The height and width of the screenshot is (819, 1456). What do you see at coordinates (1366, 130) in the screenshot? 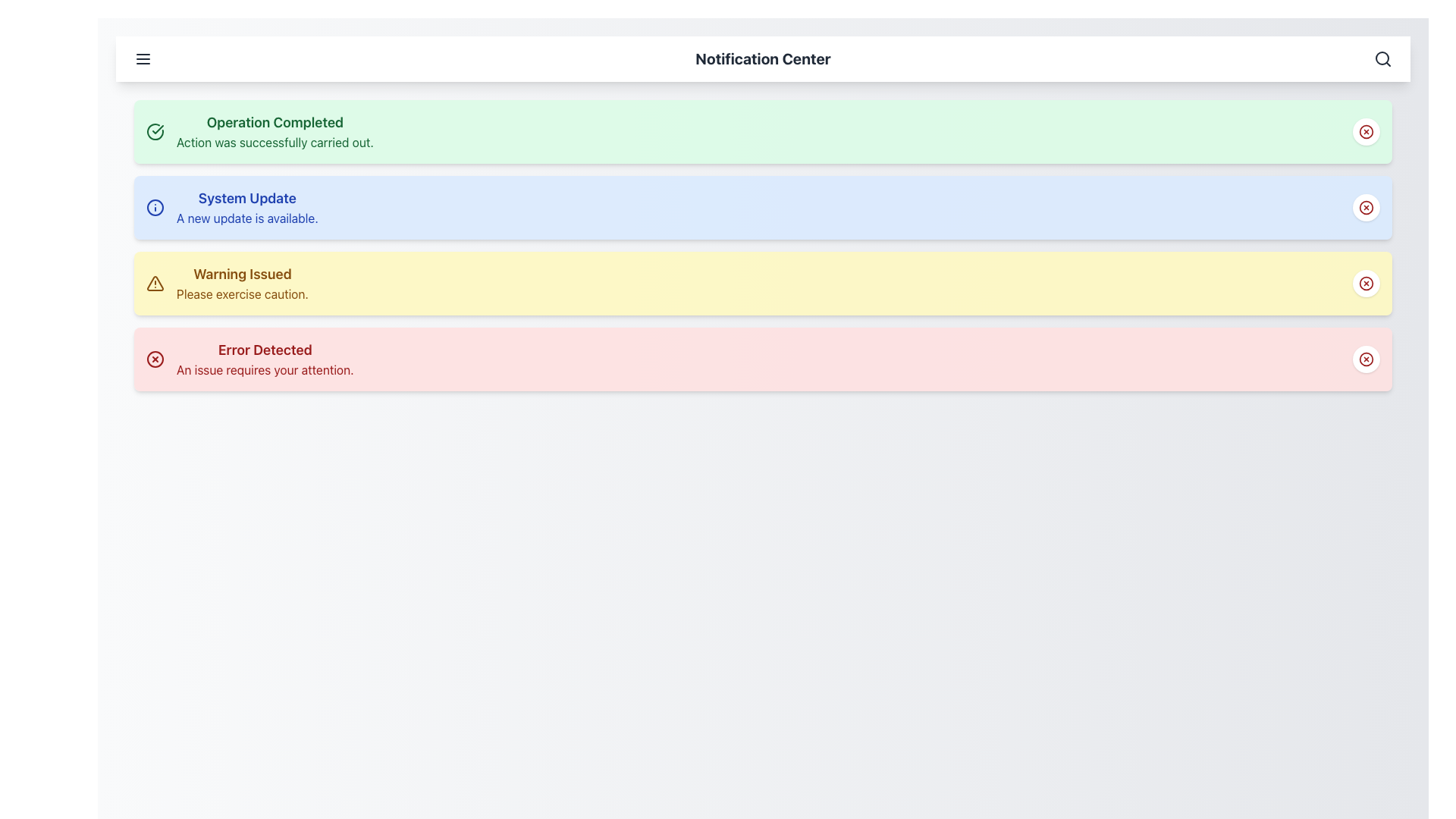
I see `the circular button with a white background and red 'X' icon located in the top-right corner of the 'Operation Completed' notification card` at bounding box center [1366, 130].